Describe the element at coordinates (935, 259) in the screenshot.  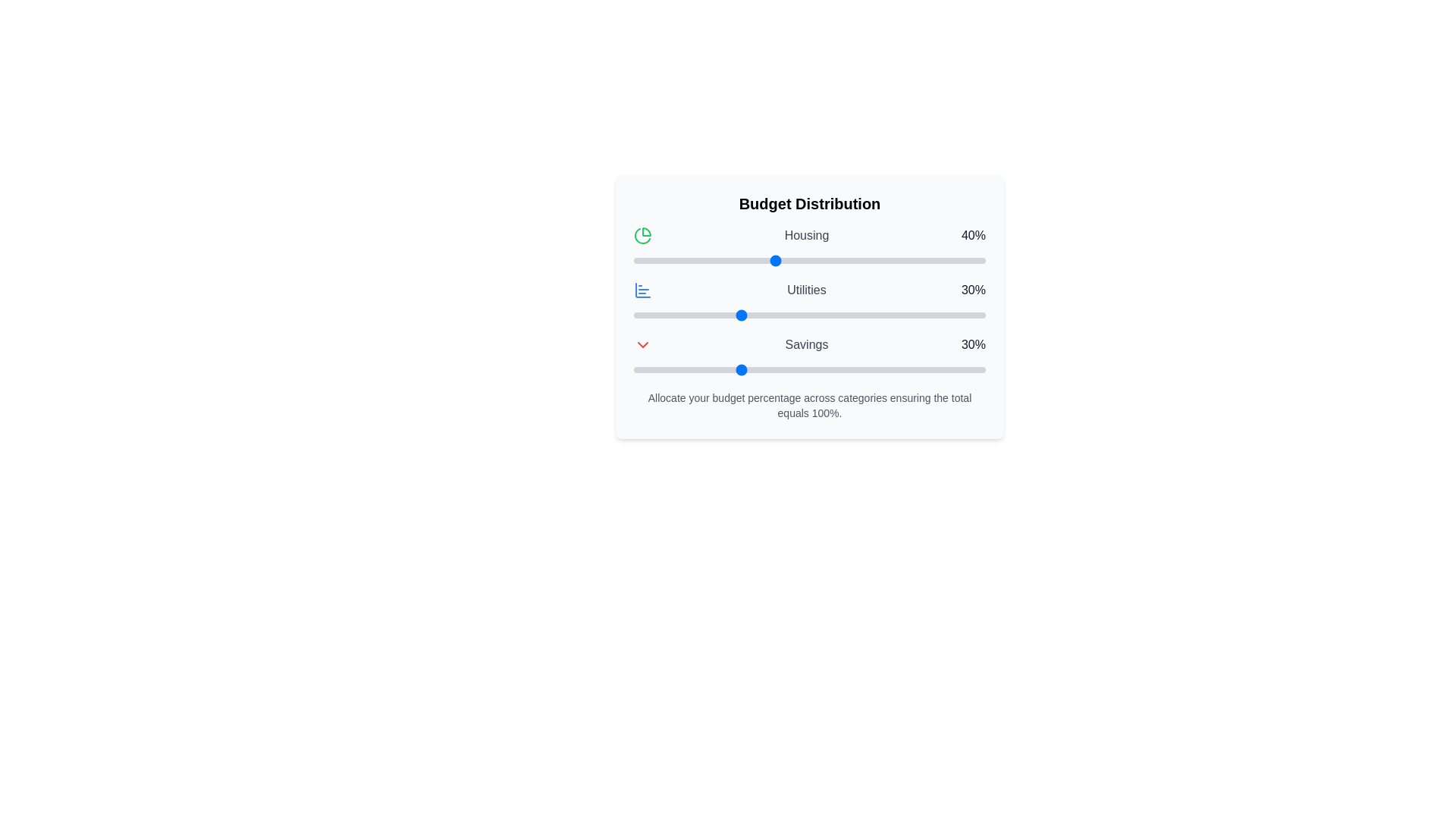
I see `housing budget` at that location.